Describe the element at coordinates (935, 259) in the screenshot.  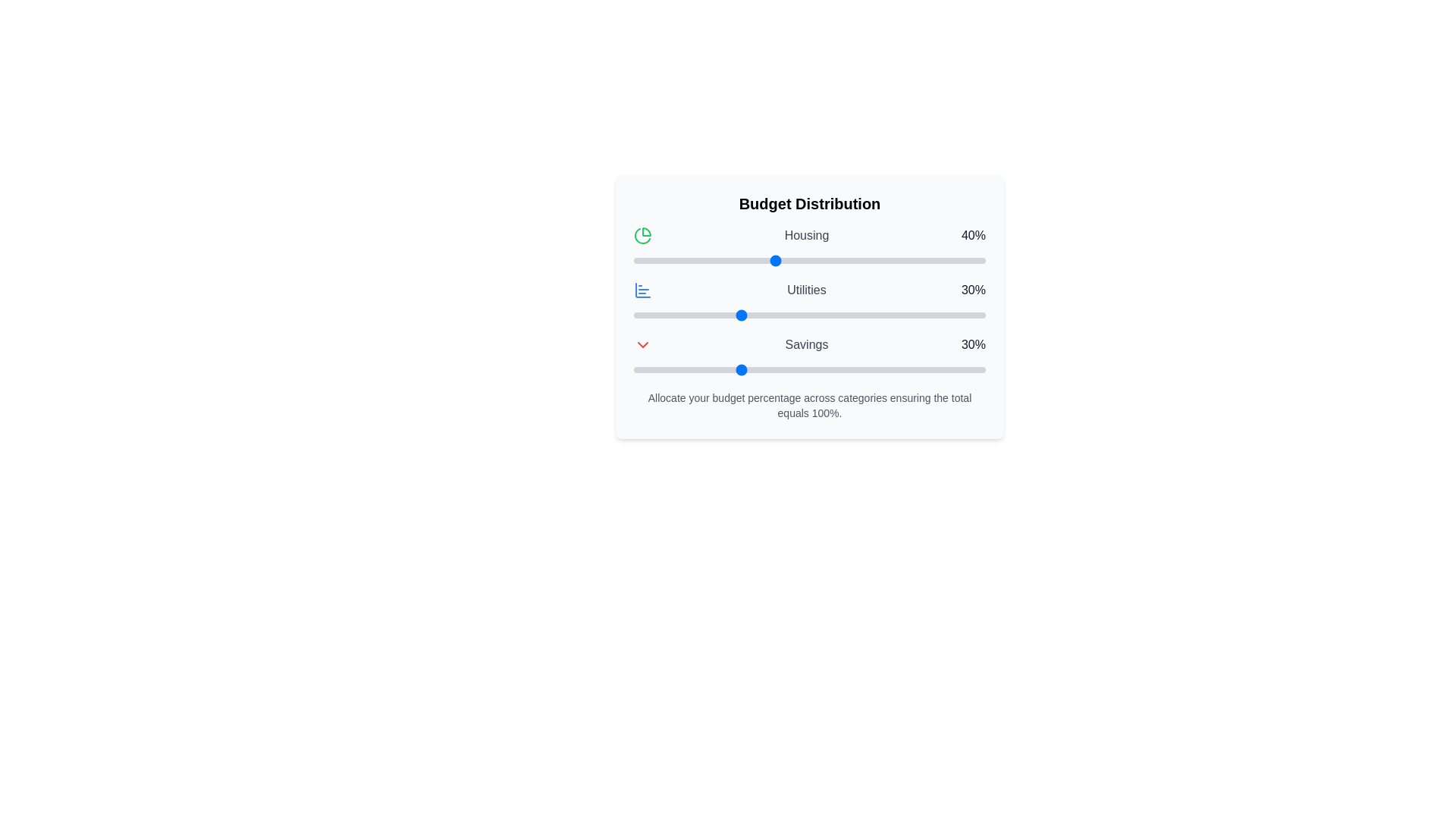
I see `housing budget` at that location.